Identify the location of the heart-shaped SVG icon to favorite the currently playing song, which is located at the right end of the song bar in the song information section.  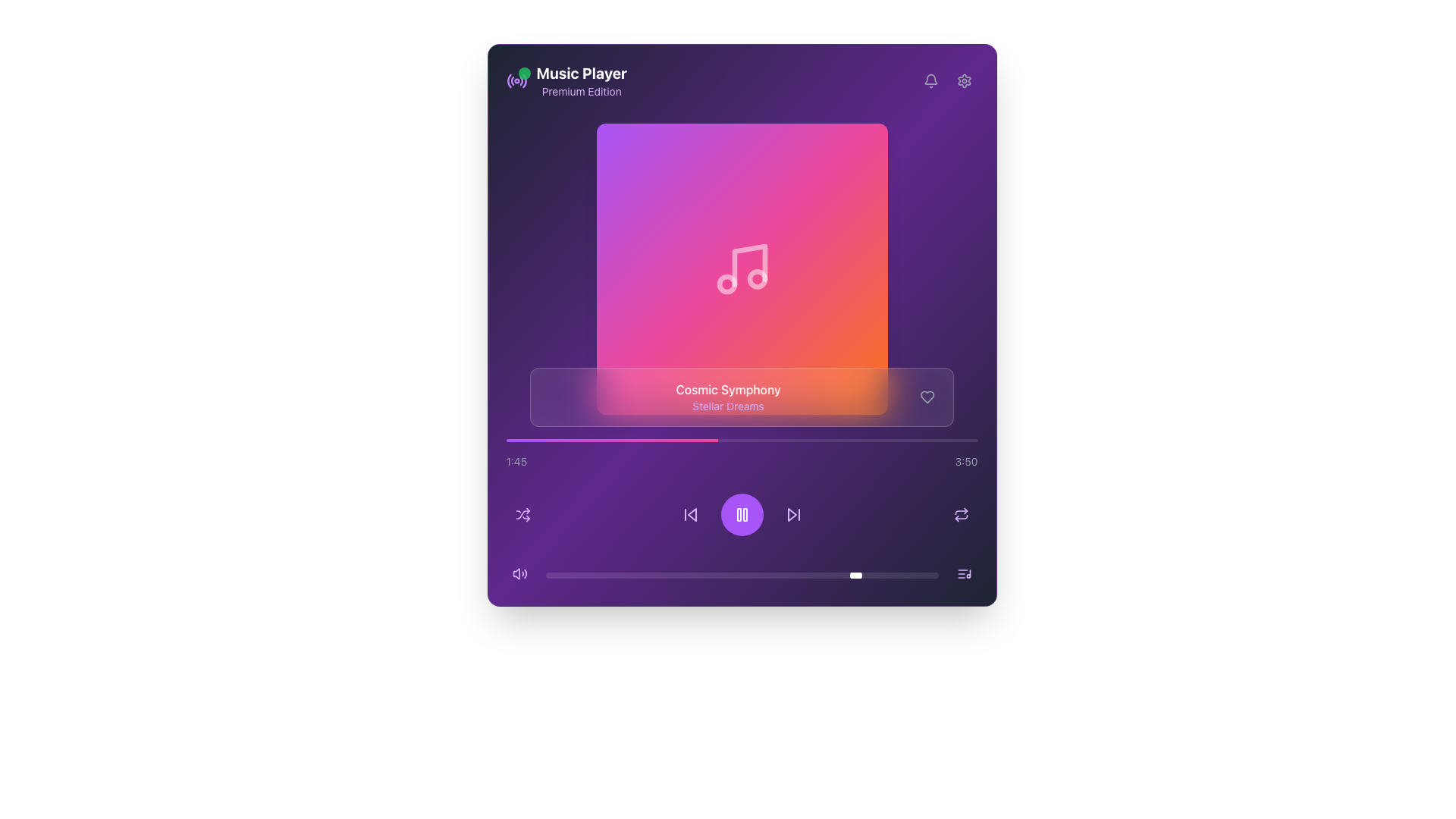
(927, 397).